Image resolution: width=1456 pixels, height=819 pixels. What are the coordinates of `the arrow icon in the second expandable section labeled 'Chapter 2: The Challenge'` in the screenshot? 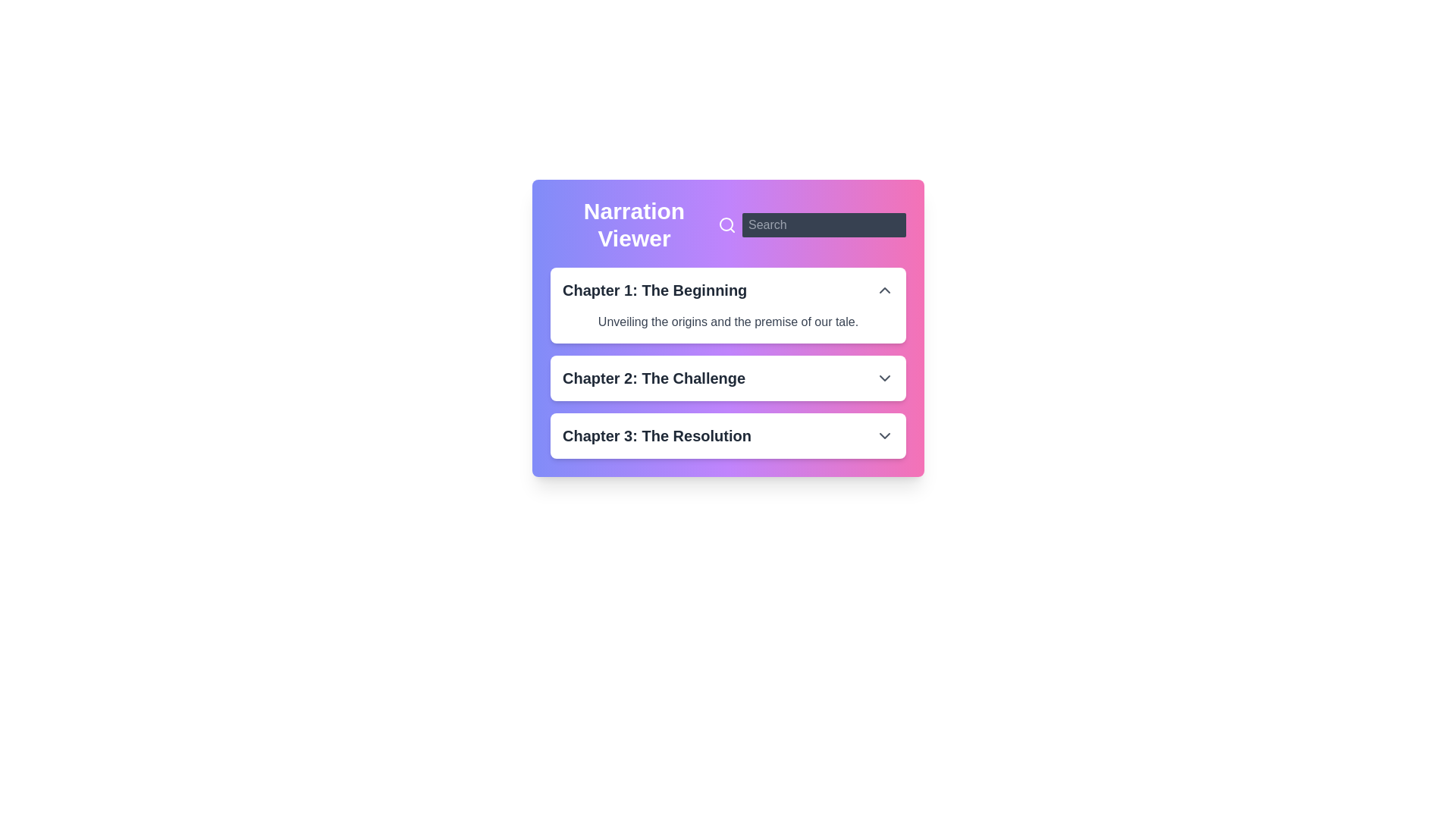 It's located at (728, 362).